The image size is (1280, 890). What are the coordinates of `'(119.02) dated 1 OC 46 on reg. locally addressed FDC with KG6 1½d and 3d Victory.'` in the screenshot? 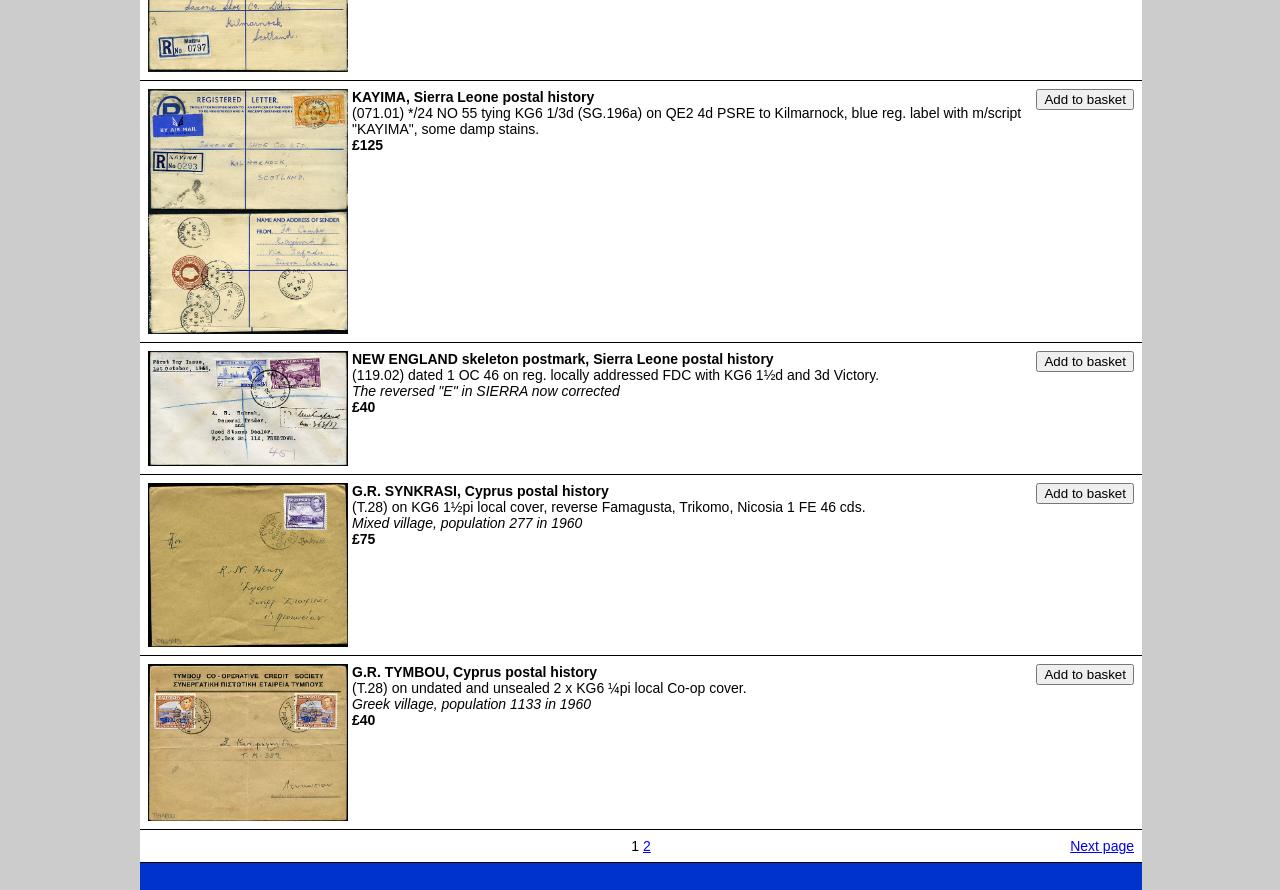 It's located at (614, 373).